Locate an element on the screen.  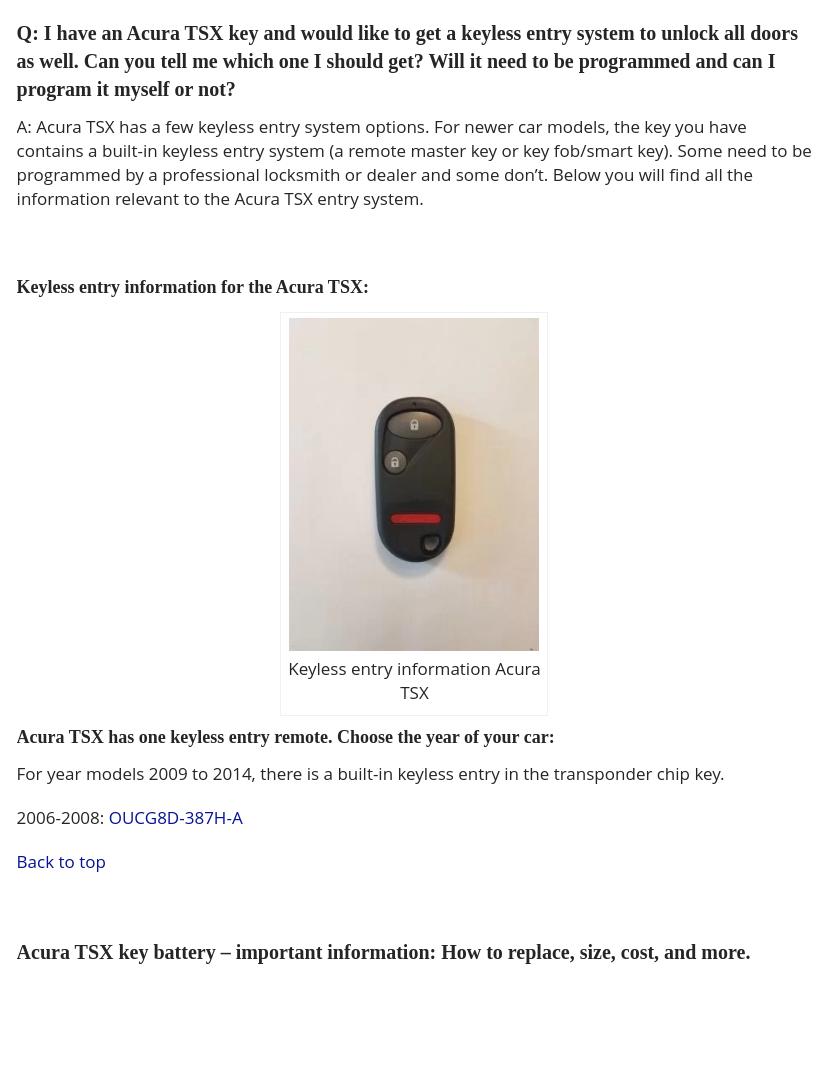
'here is a built-in keyless entry in the transponder chip key.' is located at coordinates (493, 772).